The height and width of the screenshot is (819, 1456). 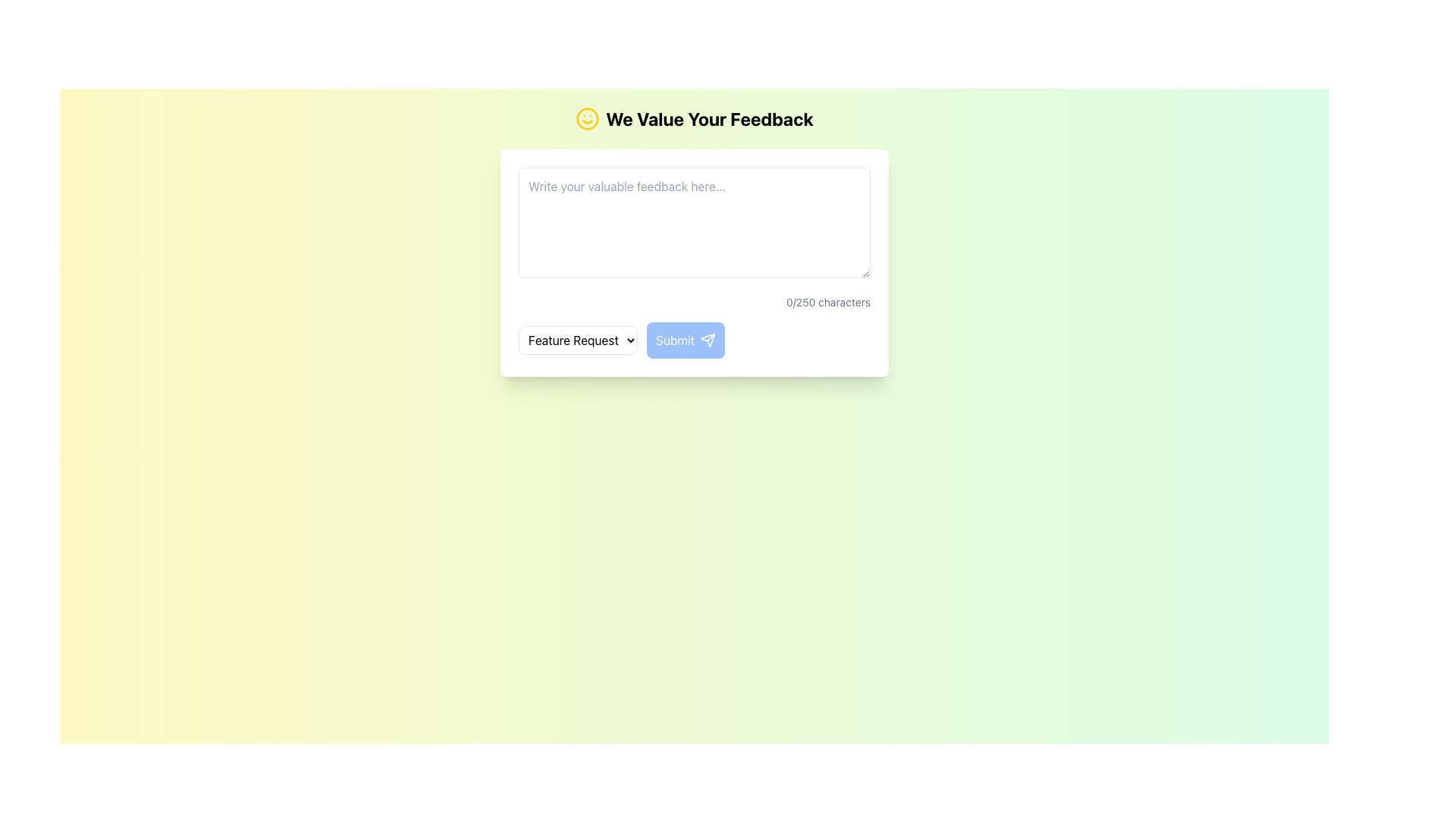 I want to click on the paper airplane icon located within the 'Submit' button, which is styled in an outline format with a blue foreground color, so click(x=708, y=339).